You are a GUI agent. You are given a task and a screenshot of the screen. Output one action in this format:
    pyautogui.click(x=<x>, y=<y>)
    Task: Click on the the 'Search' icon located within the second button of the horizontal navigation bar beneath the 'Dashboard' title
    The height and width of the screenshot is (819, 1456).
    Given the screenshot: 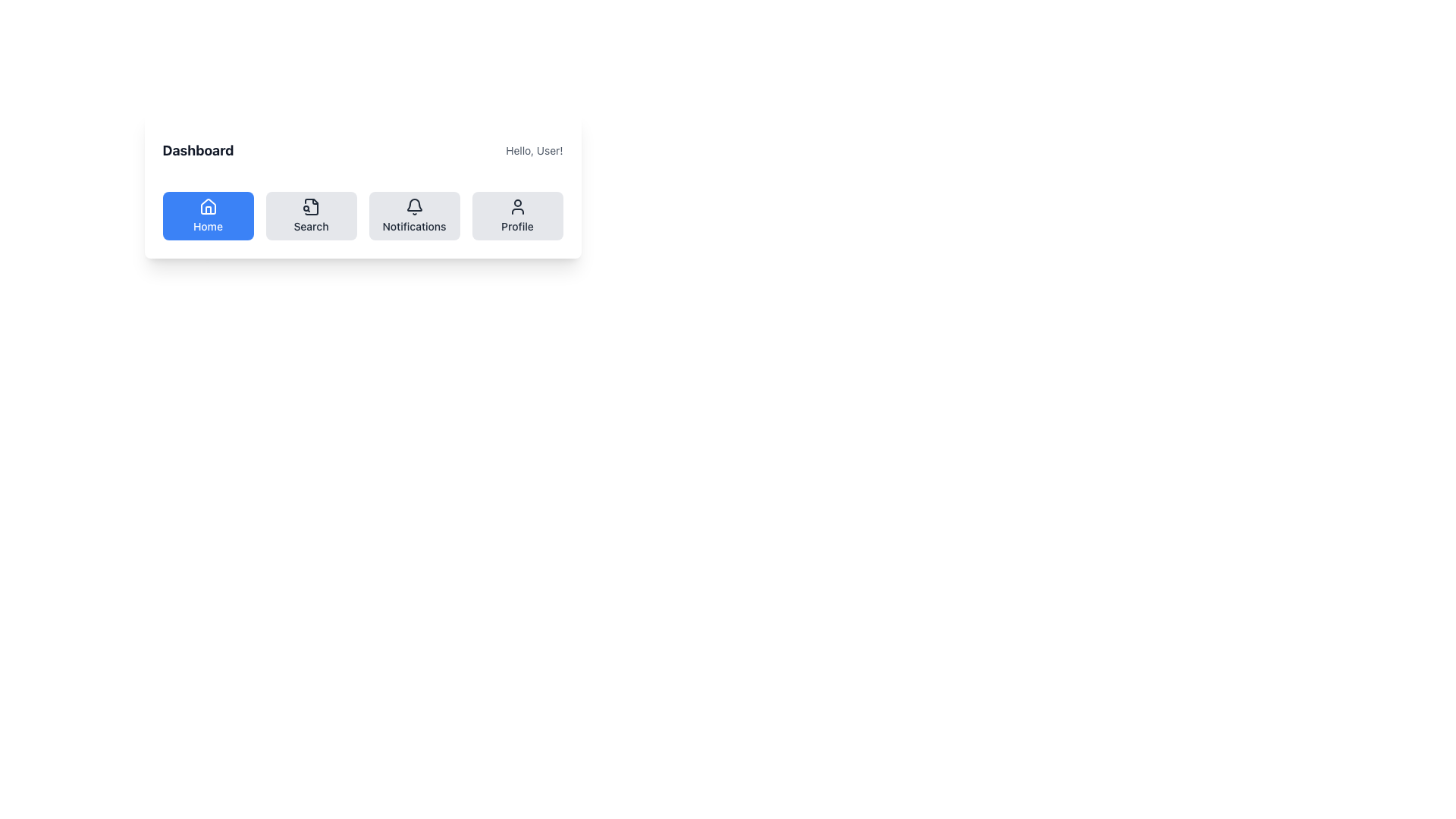 What is the action you would take?
    pyautogui.click(x=310, y=207)
    